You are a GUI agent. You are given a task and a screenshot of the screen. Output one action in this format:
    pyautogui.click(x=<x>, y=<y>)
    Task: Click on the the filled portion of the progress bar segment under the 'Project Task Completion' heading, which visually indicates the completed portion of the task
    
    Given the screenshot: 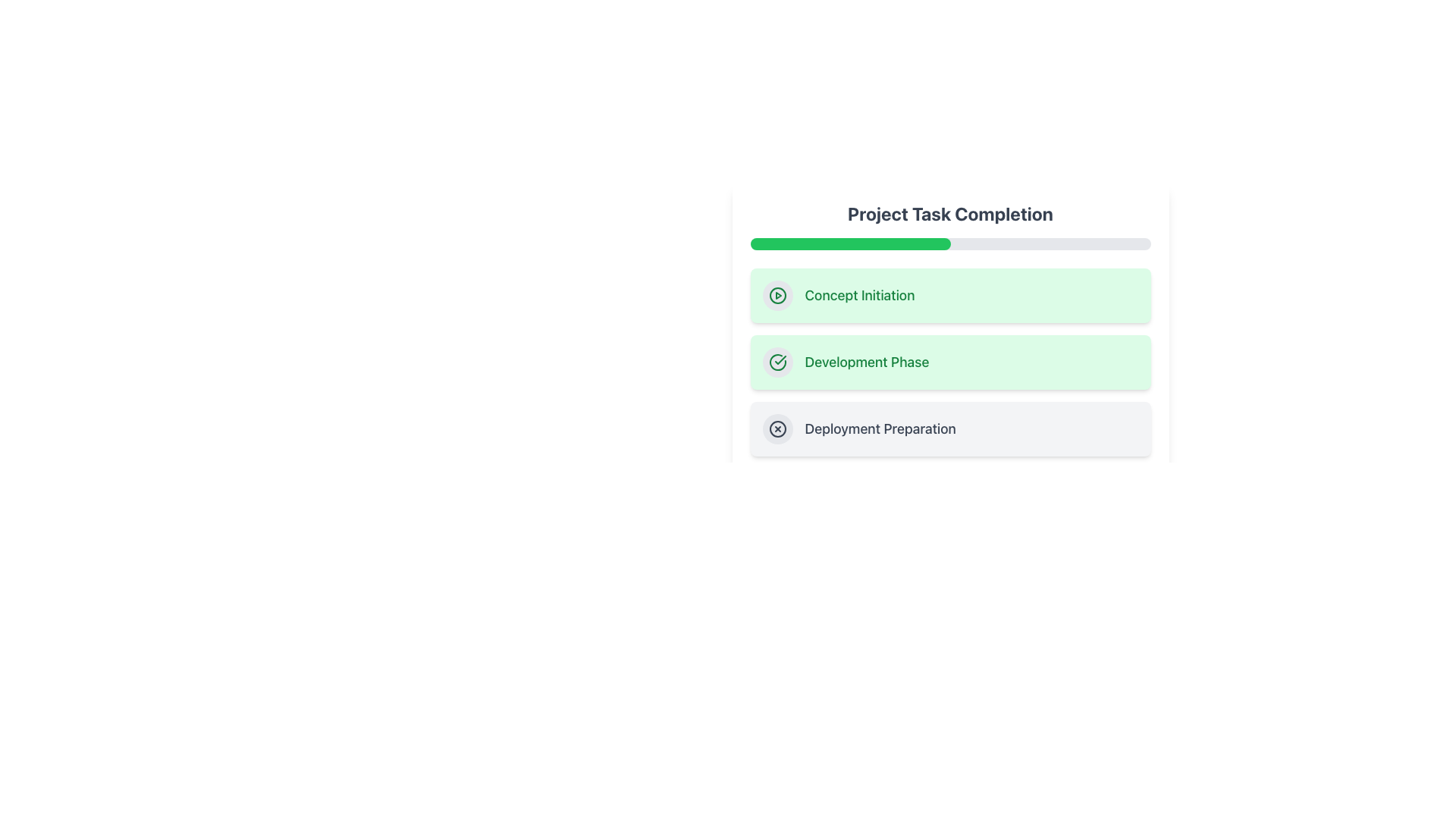 What is the action you would take?
    pyautogui.click(x=850, y=243)
    